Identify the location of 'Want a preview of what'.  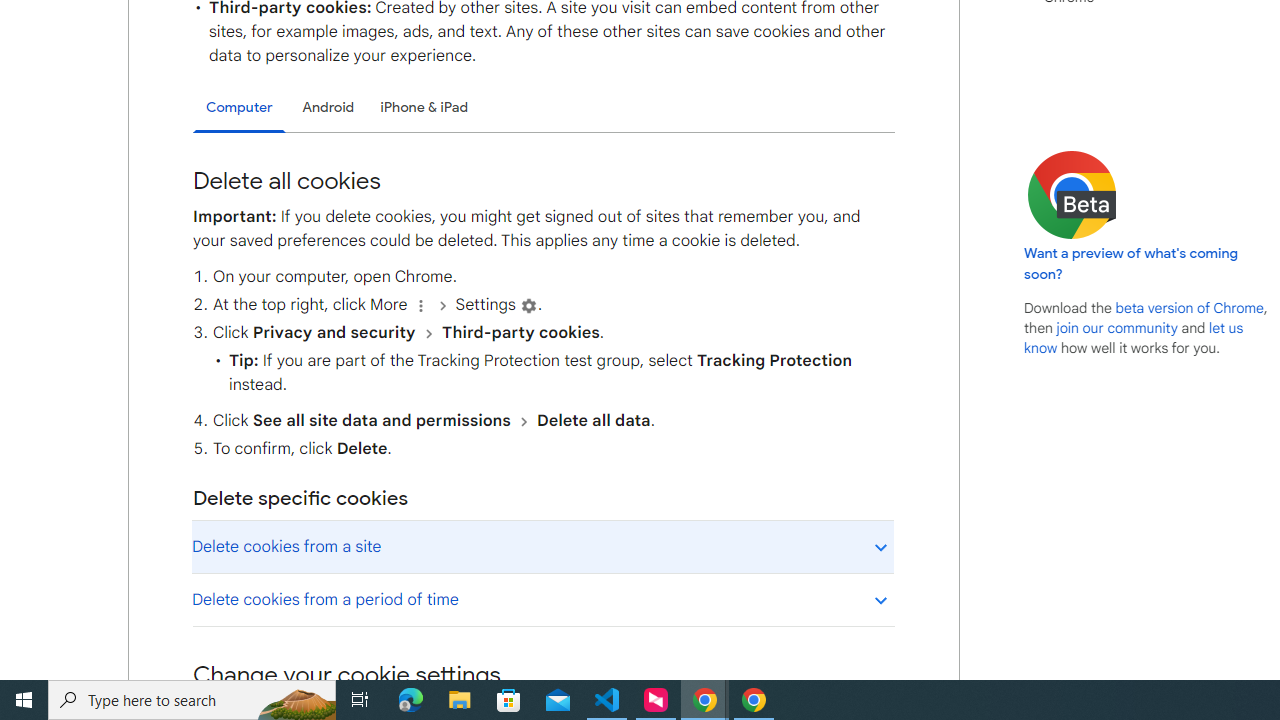
(1131, 262).